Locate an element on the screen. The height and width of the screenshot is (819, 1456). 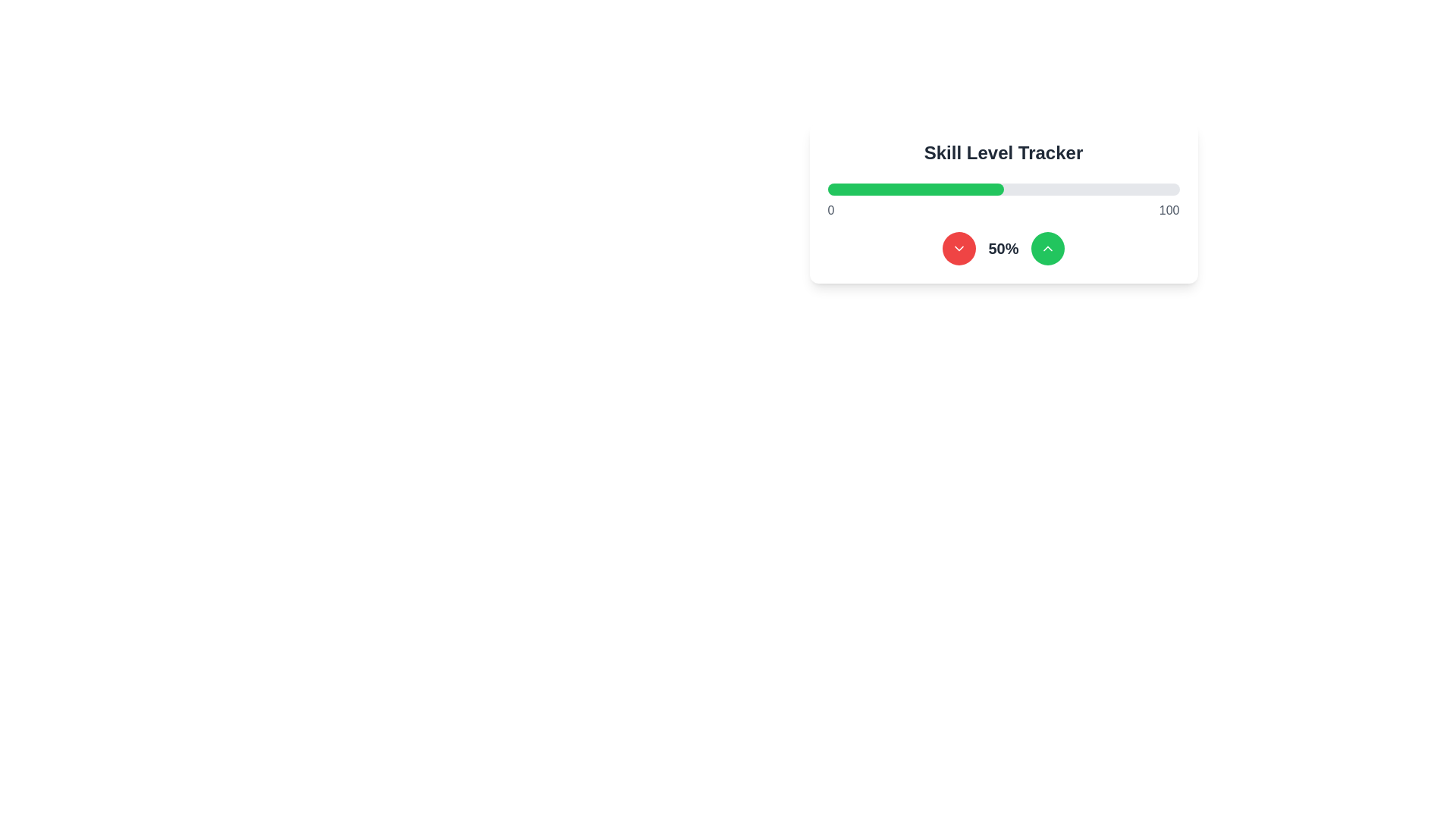
the text label displaying '50%' which is centered between a red circular button with a downward arrow and a green circular button with an upward arrow is located at coordinates (1003, 247).